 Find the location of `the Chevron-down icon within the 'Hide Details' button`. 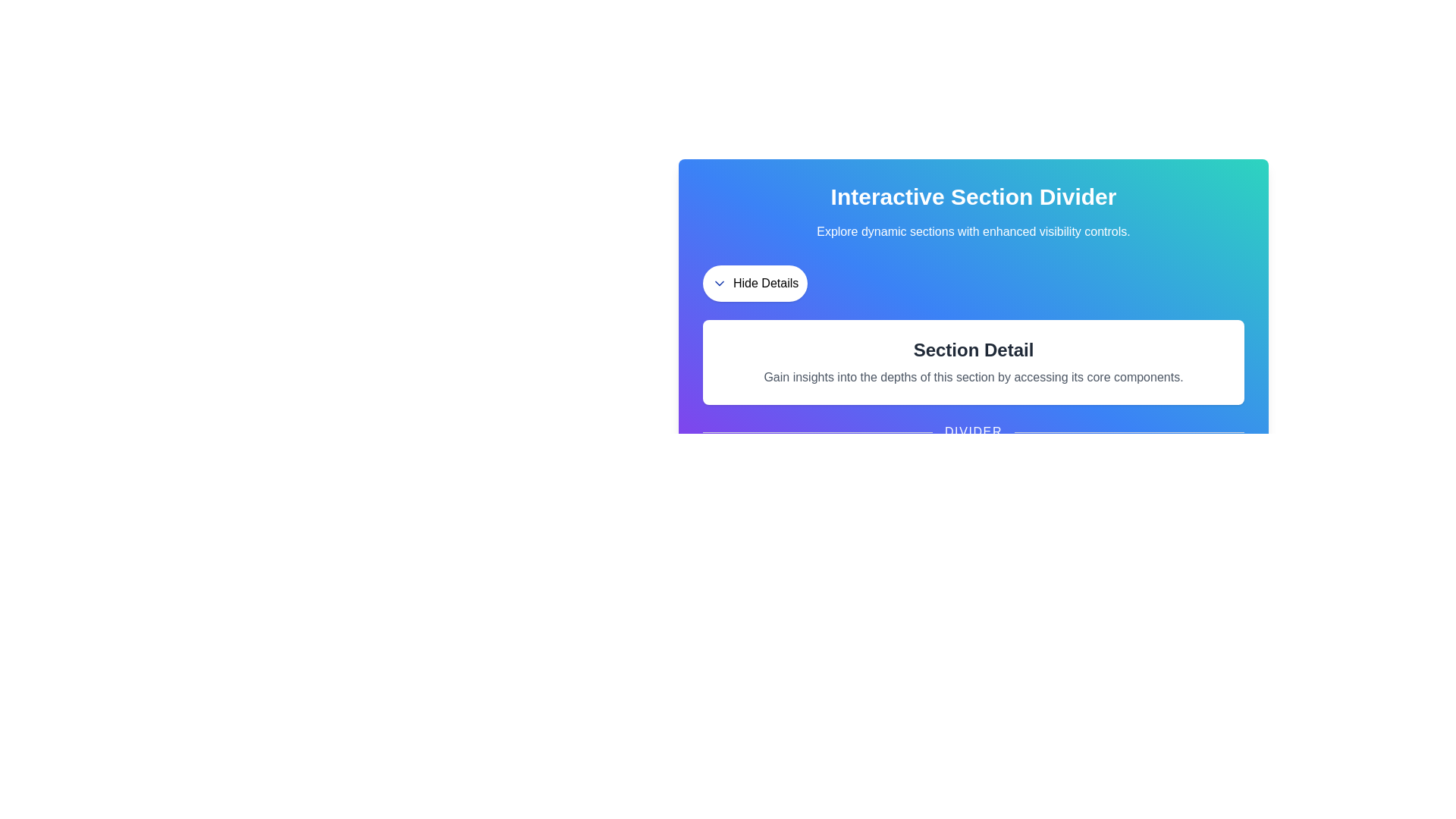

the Chevron-down icon within the 'Hide Details' button is located at coordinates (719, 284).